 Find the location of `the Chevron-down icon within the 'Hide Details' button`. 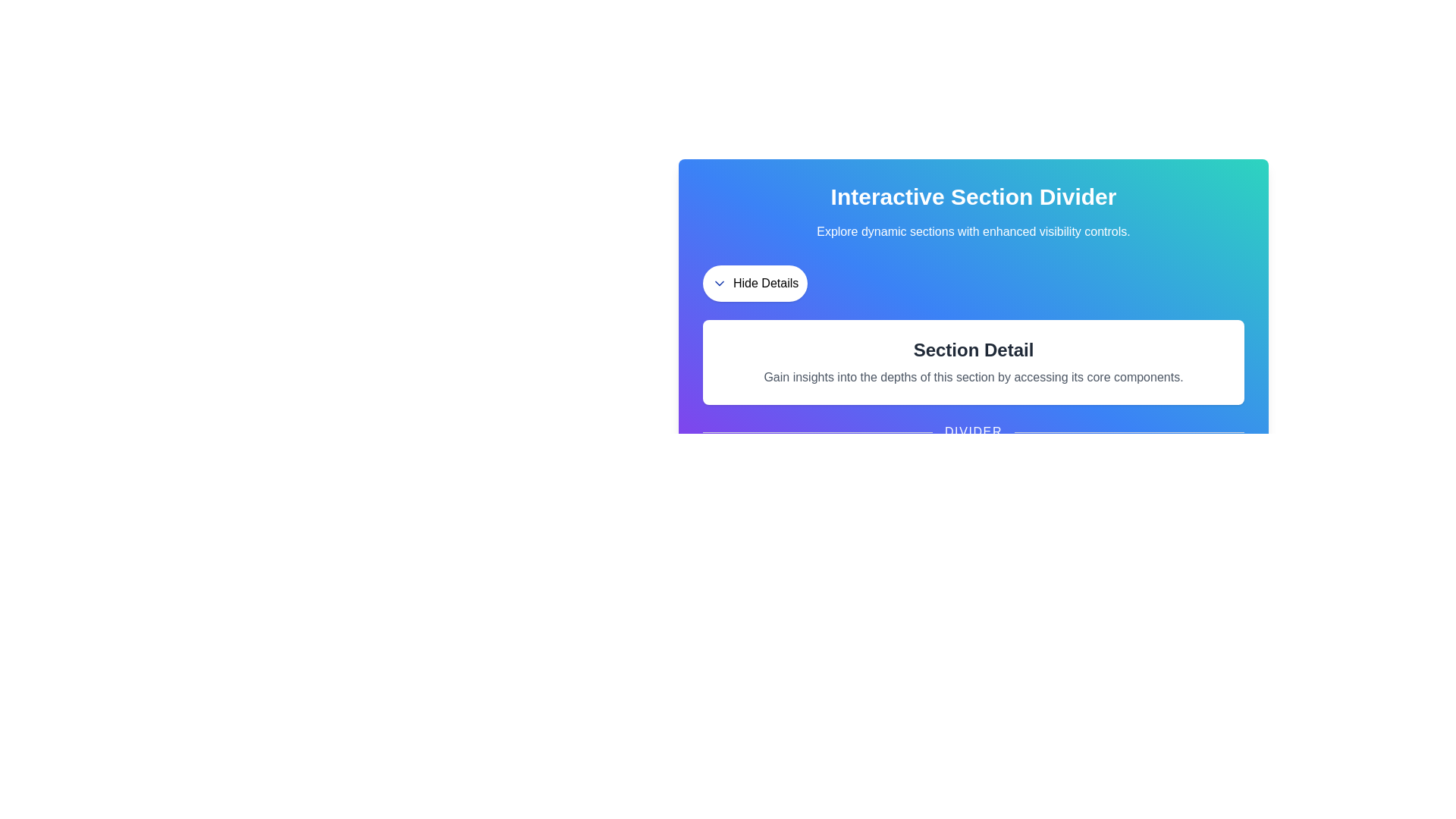

the Chevron-down icon within the 'Hide Details' button is located at coordinates (719, 284).